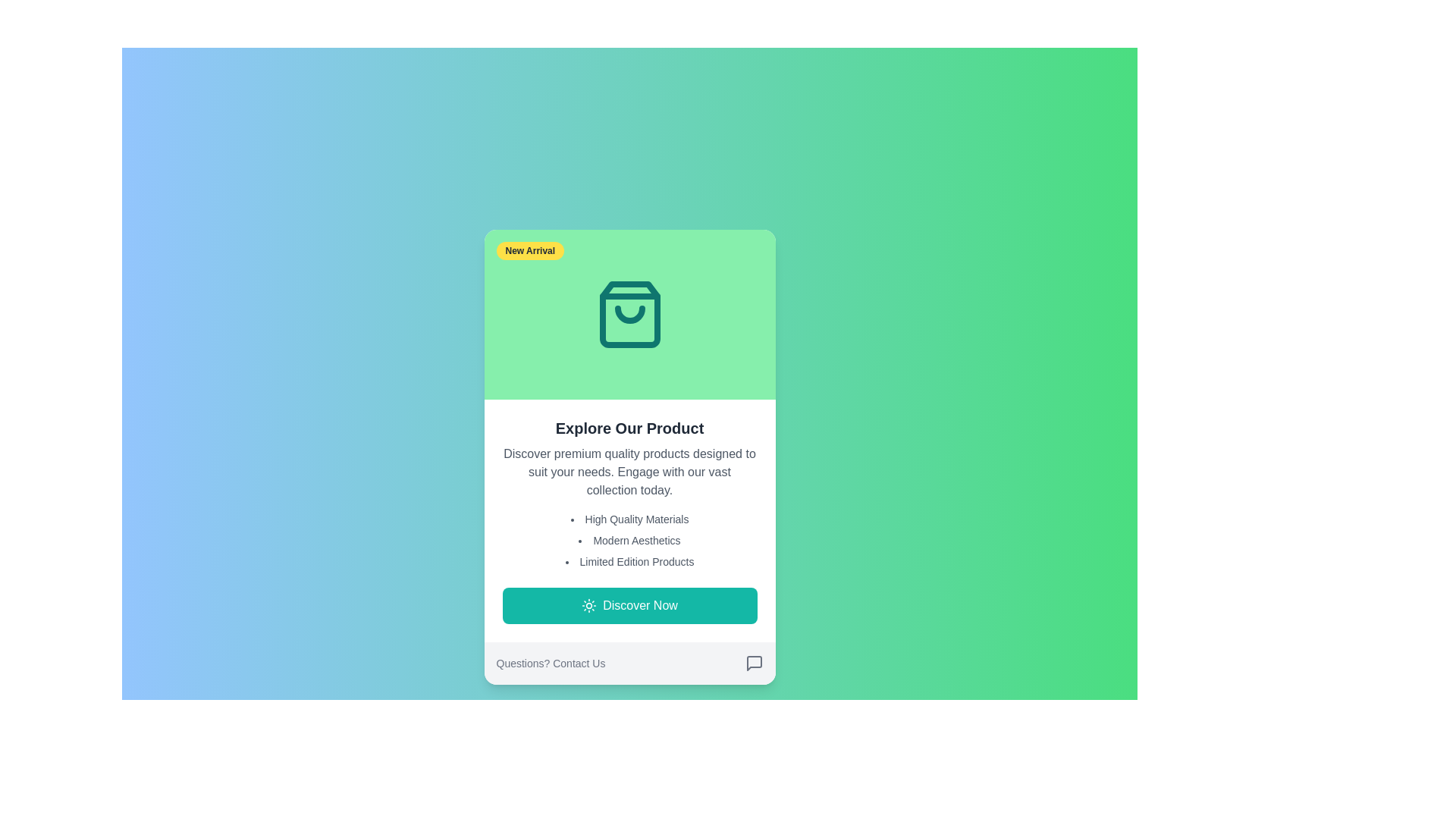  What do you see at coordinates (629, 561) in the screenshot?
I see `text content of the 'Limited Edition Products' label, which is the third bullet point in the 'Explore Our Product' section, styled in muted gray` at bounding box center [629, 561].